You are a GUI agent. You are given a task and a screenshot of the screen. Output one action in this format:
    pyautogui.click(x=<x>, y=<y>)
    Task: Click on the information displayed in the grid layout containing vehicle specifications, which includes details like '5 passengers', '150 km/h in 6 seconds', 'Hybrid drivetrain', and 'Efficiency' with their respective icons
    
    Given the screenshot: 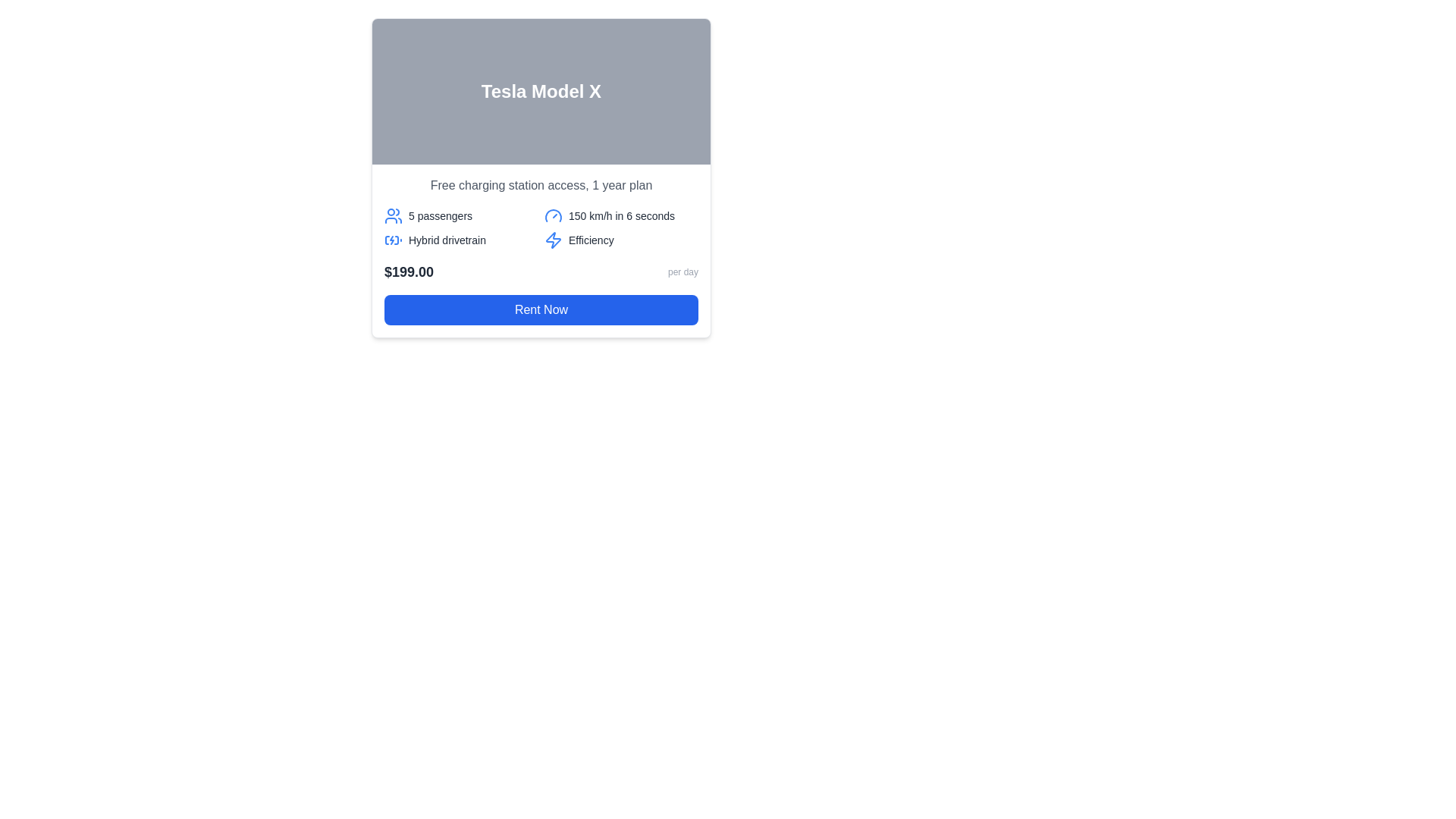 What is the action you would take?
    pyautogui.click(x=541, y=227)
    